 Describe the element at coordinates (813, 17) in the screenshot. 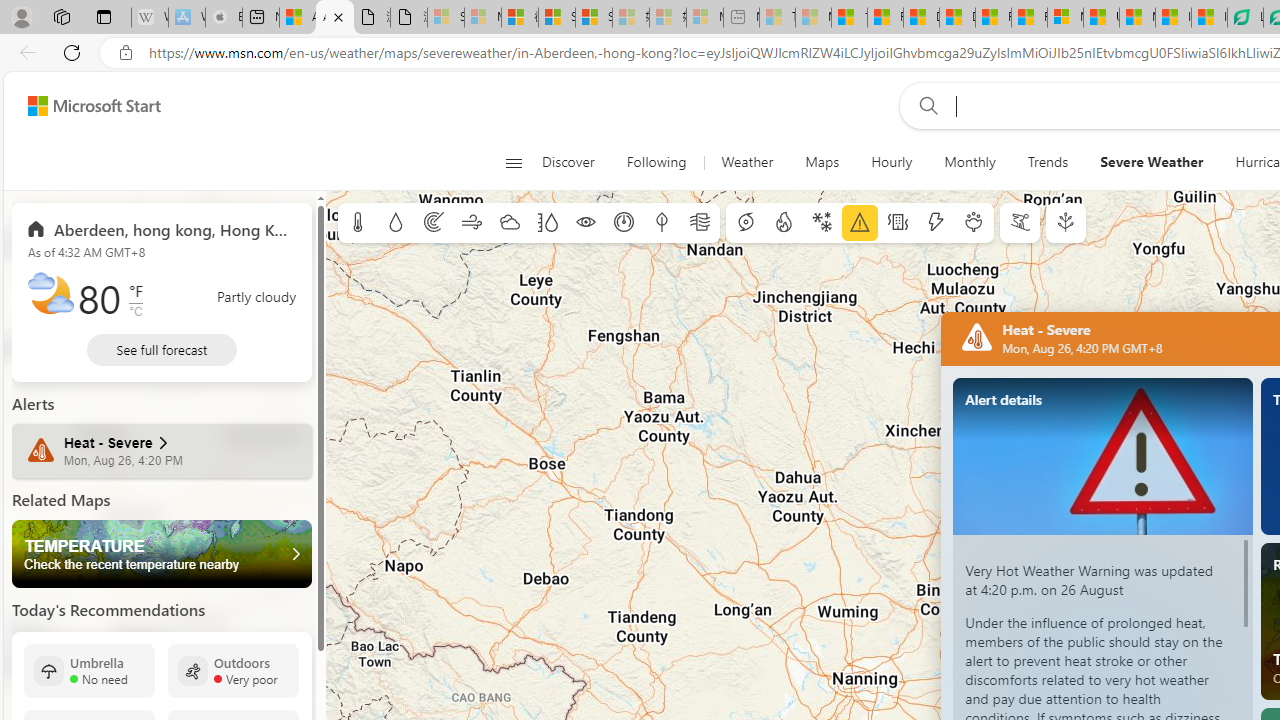

I see `'Marine life - MSN - Sleeping'` at that location.